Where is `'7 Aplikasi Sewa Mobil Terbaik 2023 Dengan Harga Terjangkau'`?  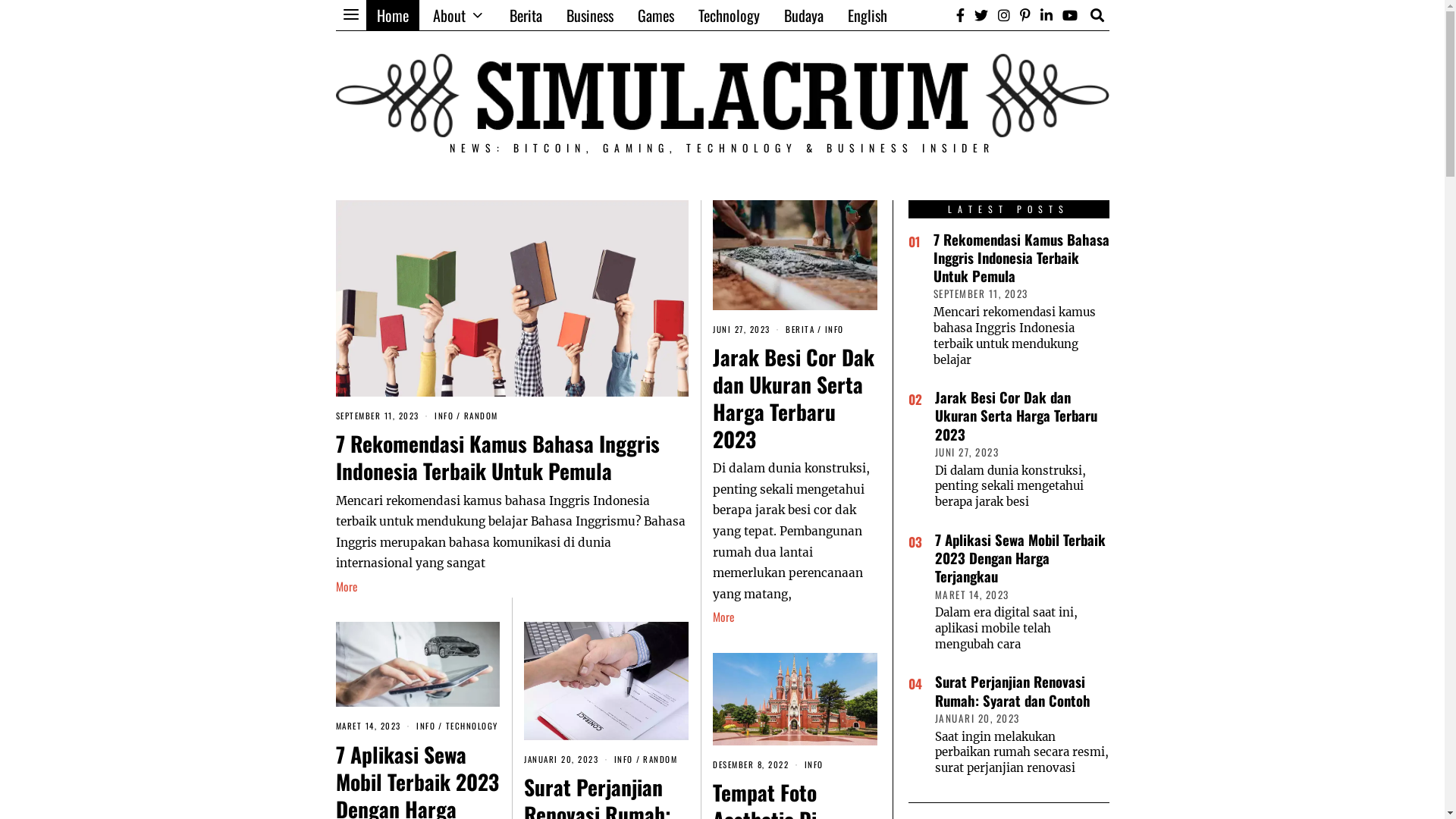 '7 Aplikasi Sewa Mobil Terbaik 2023 Dengan Harga Terjangkau' is located at coordinates (1019, 558).